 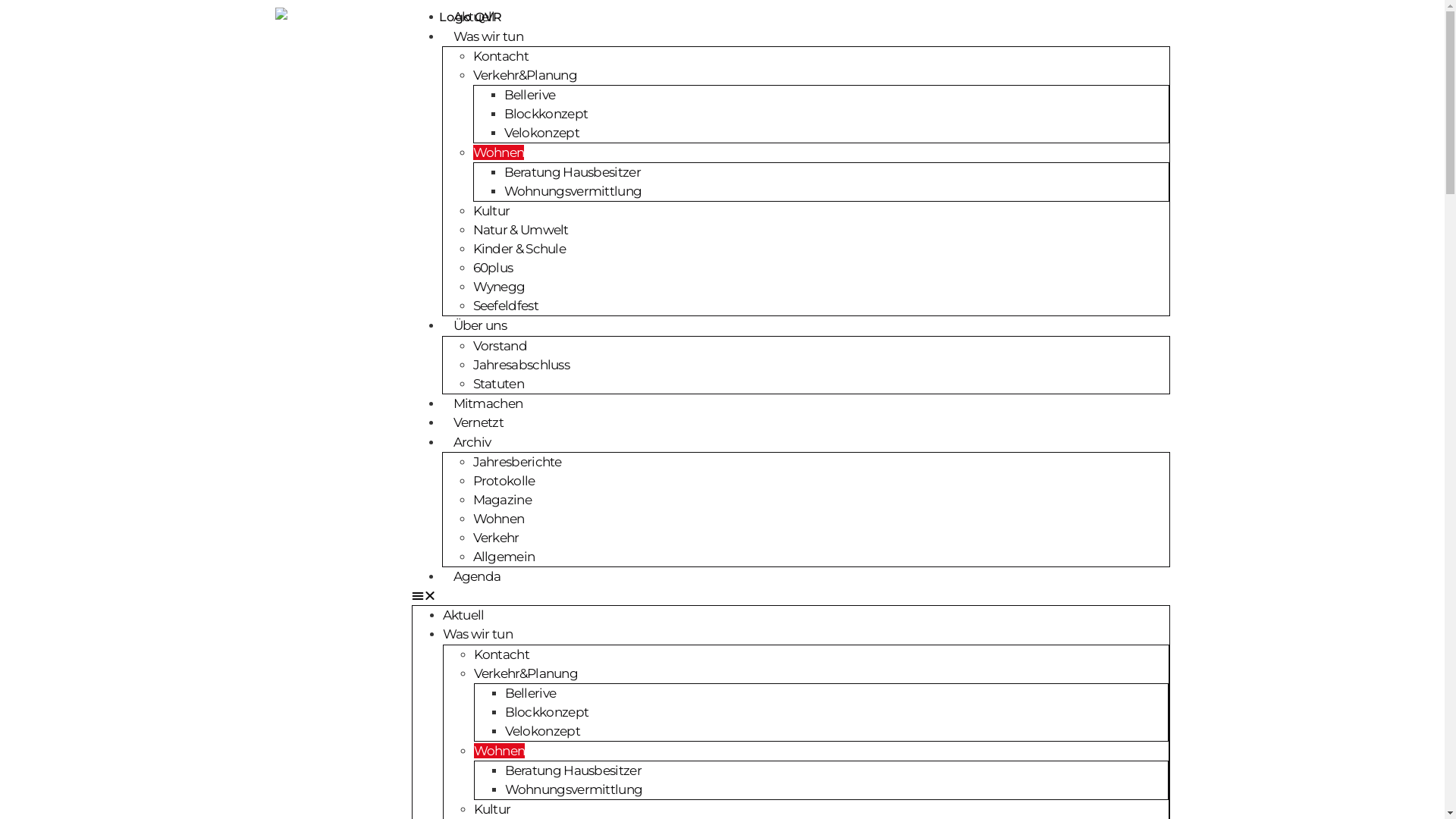 I want to click on 'Archiv', so click(x=471, y=441).